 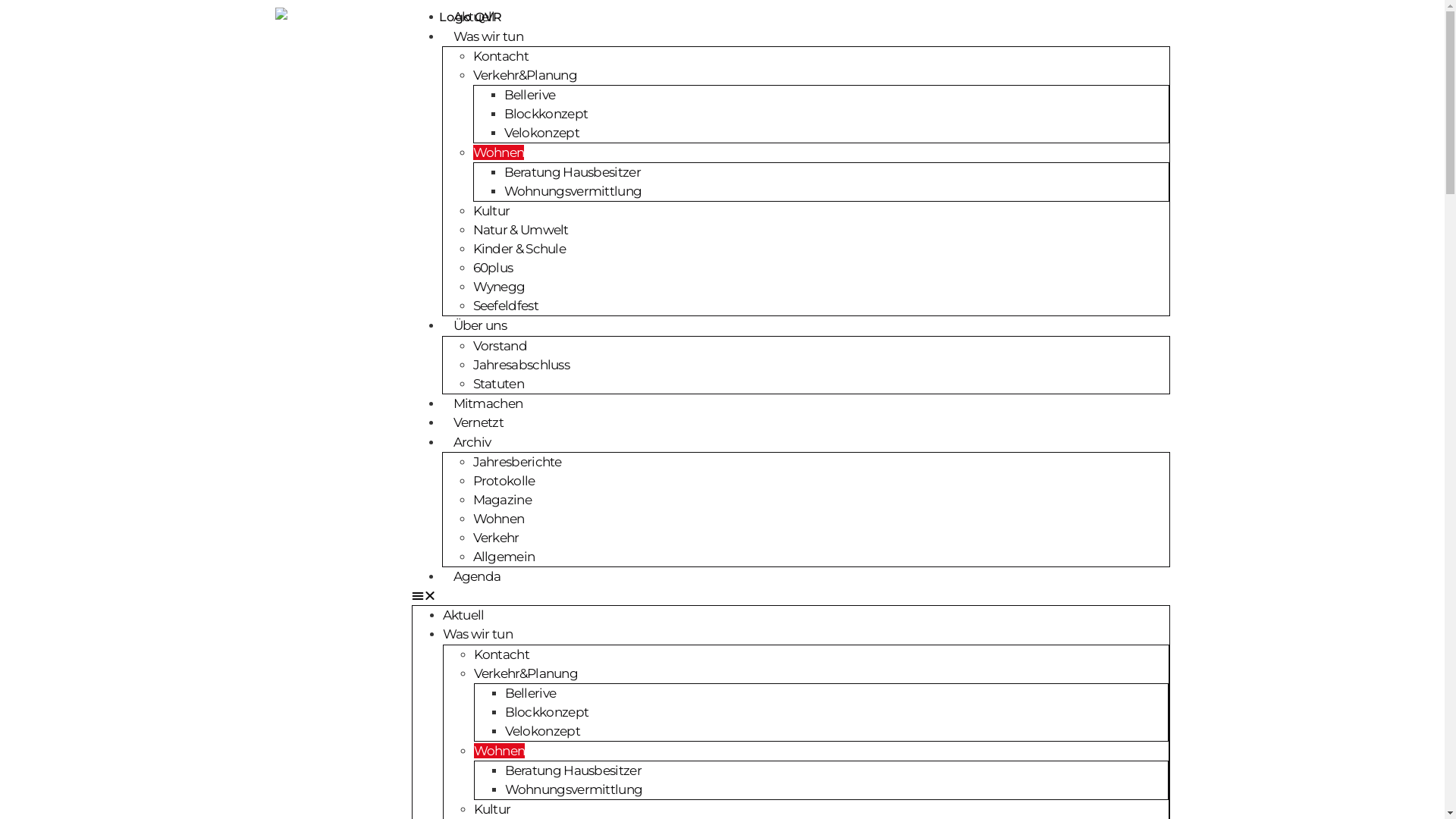 I want to click on 'Archiv', so click(x=471, y=441).